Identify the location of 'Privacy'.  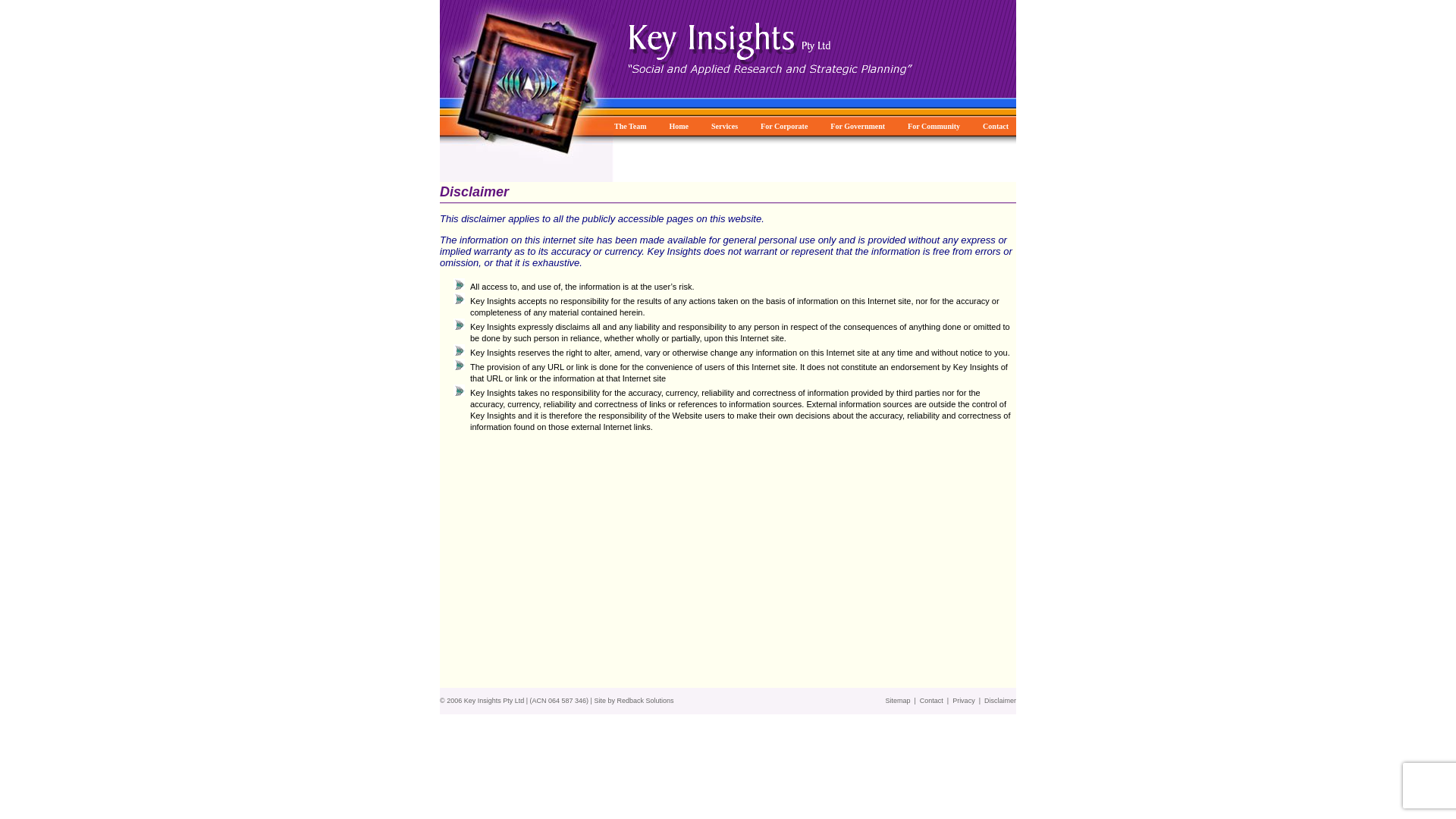
(952, 701).